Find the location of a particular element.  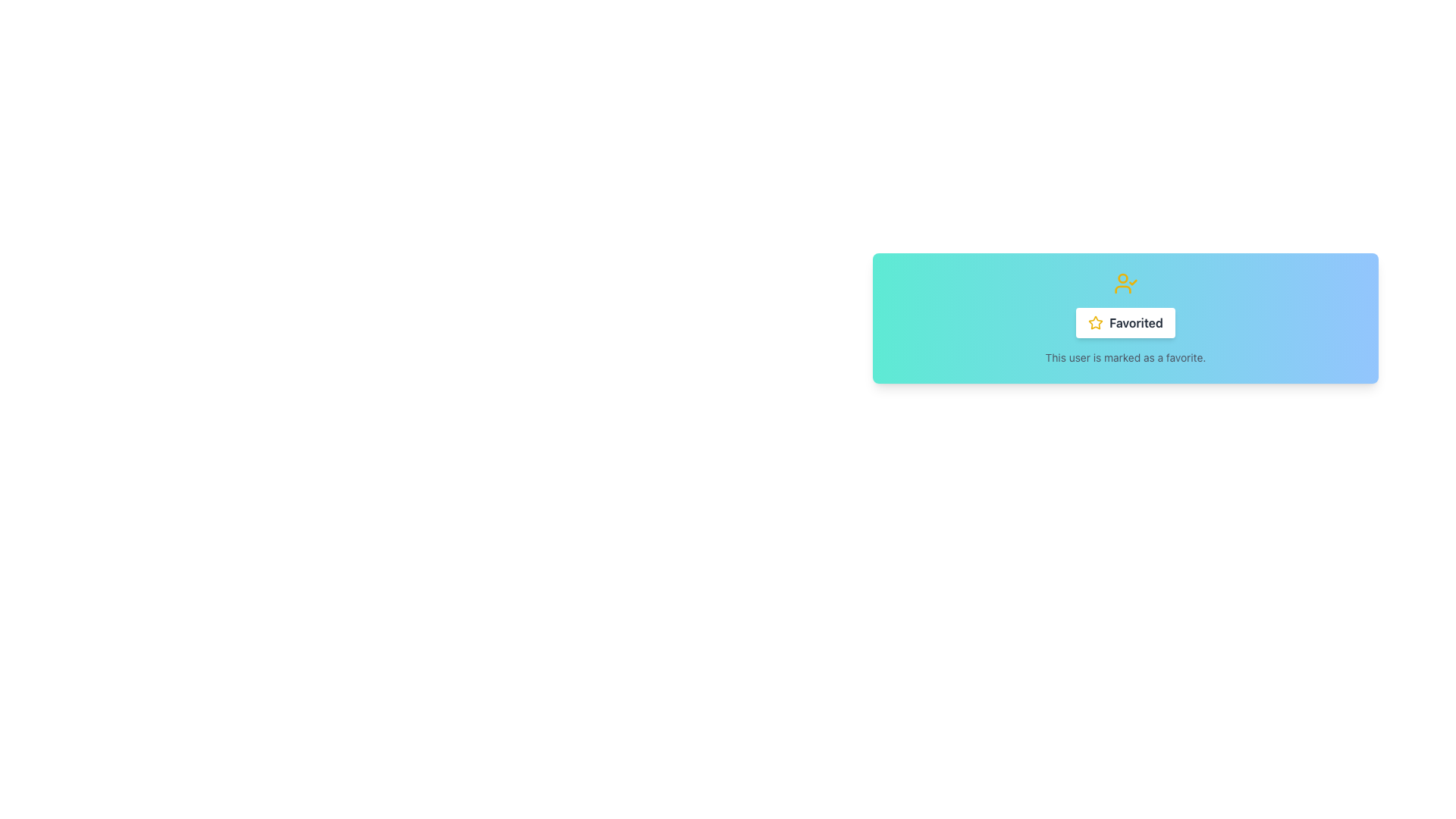

the curved line forming part of a person's profile image in the SVG icon, which is centrally located at the top of the card window is located at coordinates (1122, 289).